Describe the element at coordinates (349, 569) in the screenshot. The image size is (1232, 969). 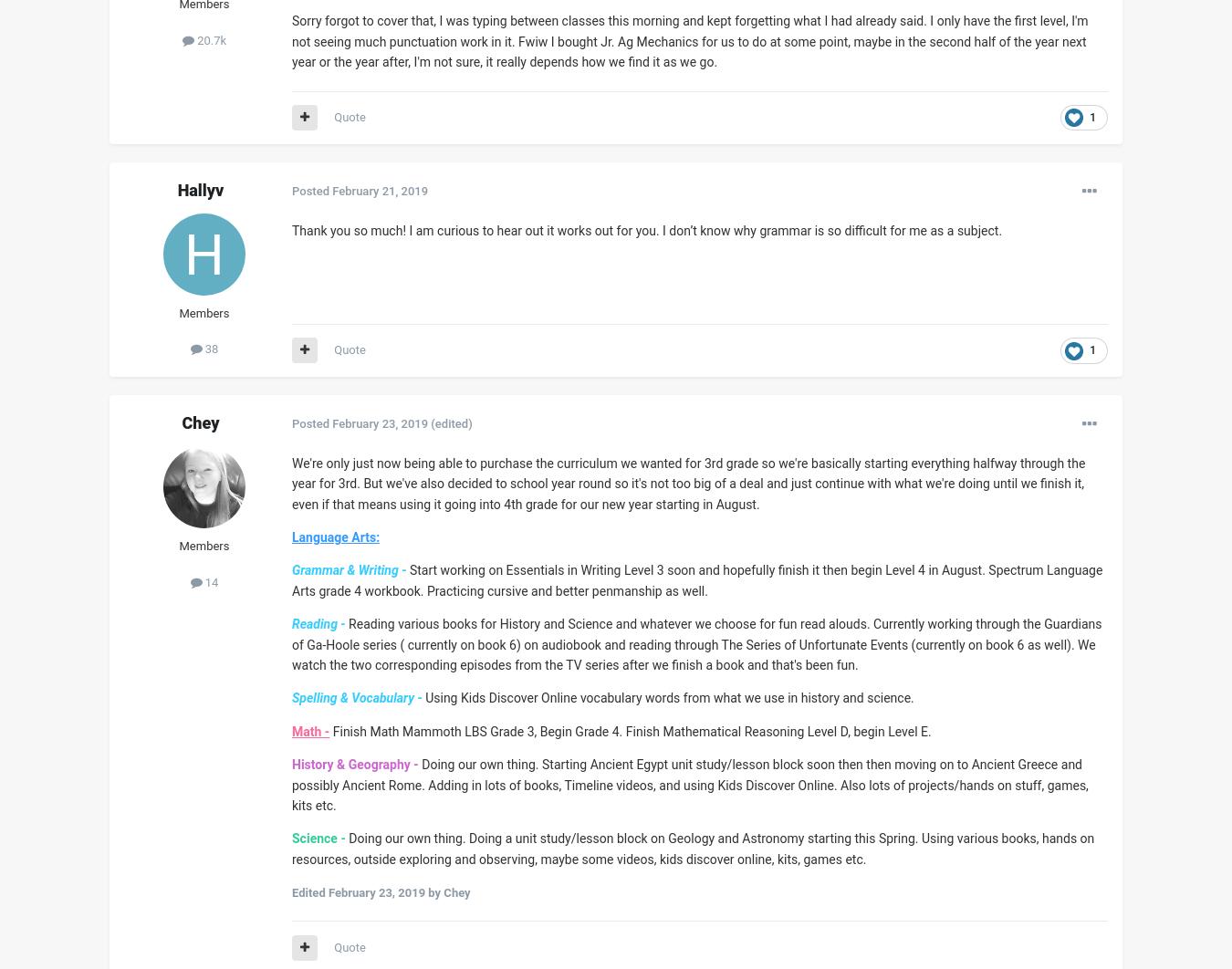
I see `'Grammar & Writing -'` at that location.